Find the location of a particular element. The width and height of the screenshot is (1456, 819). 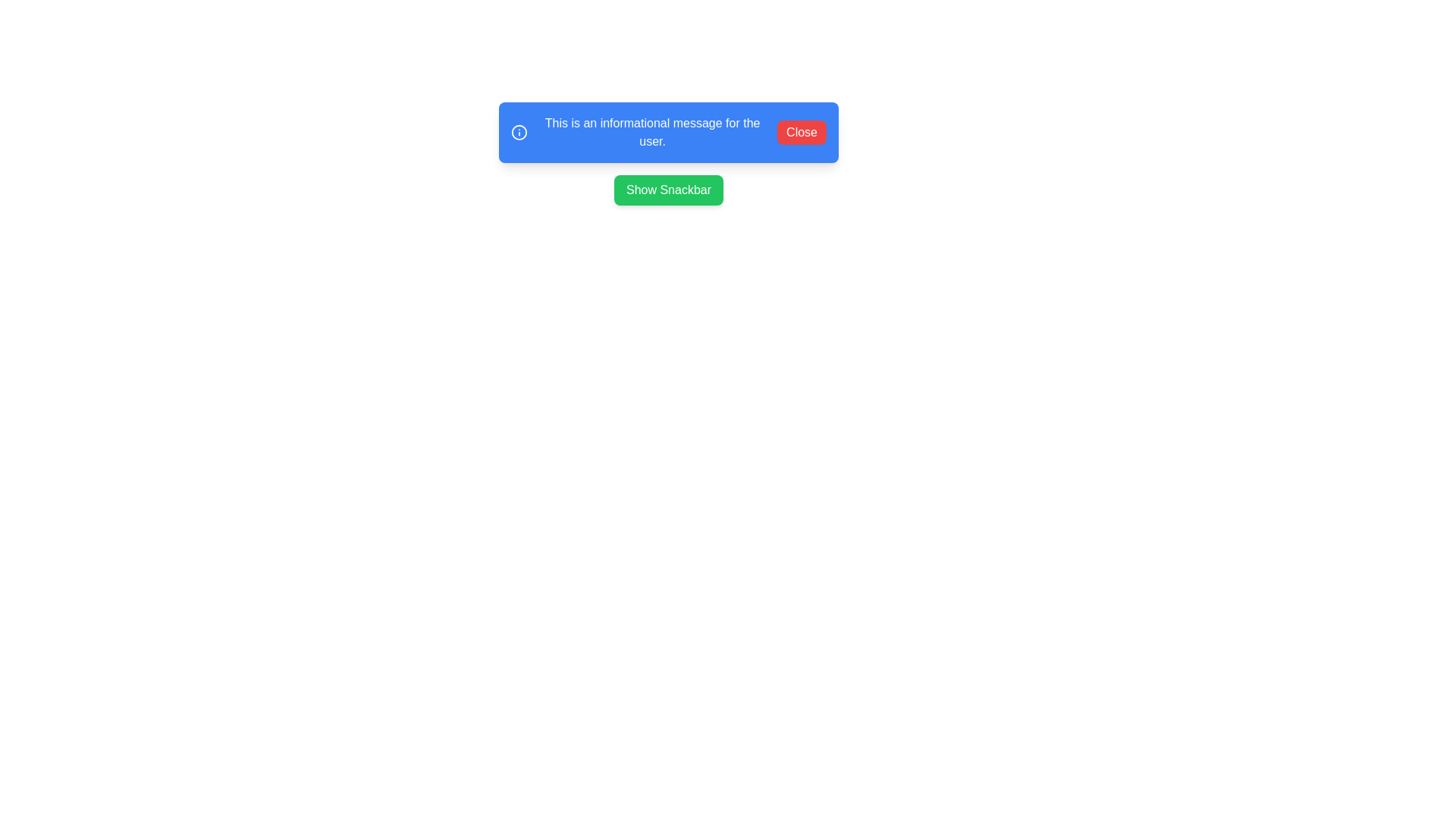

'Close' button to close the snackbar is located at coordinates (801, 131).